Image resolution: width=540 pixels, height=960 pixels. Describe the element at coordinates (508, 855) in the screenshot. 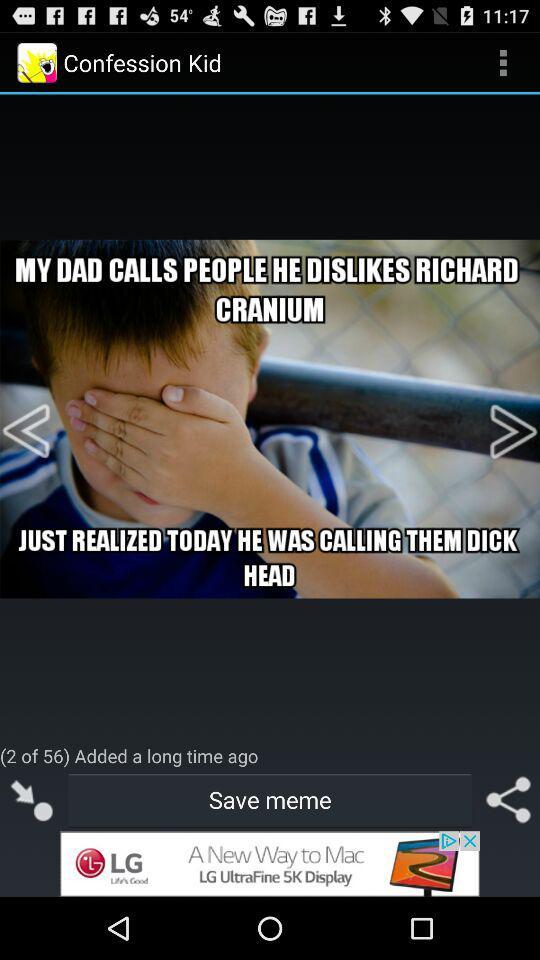

I see `the share icon` at that location.